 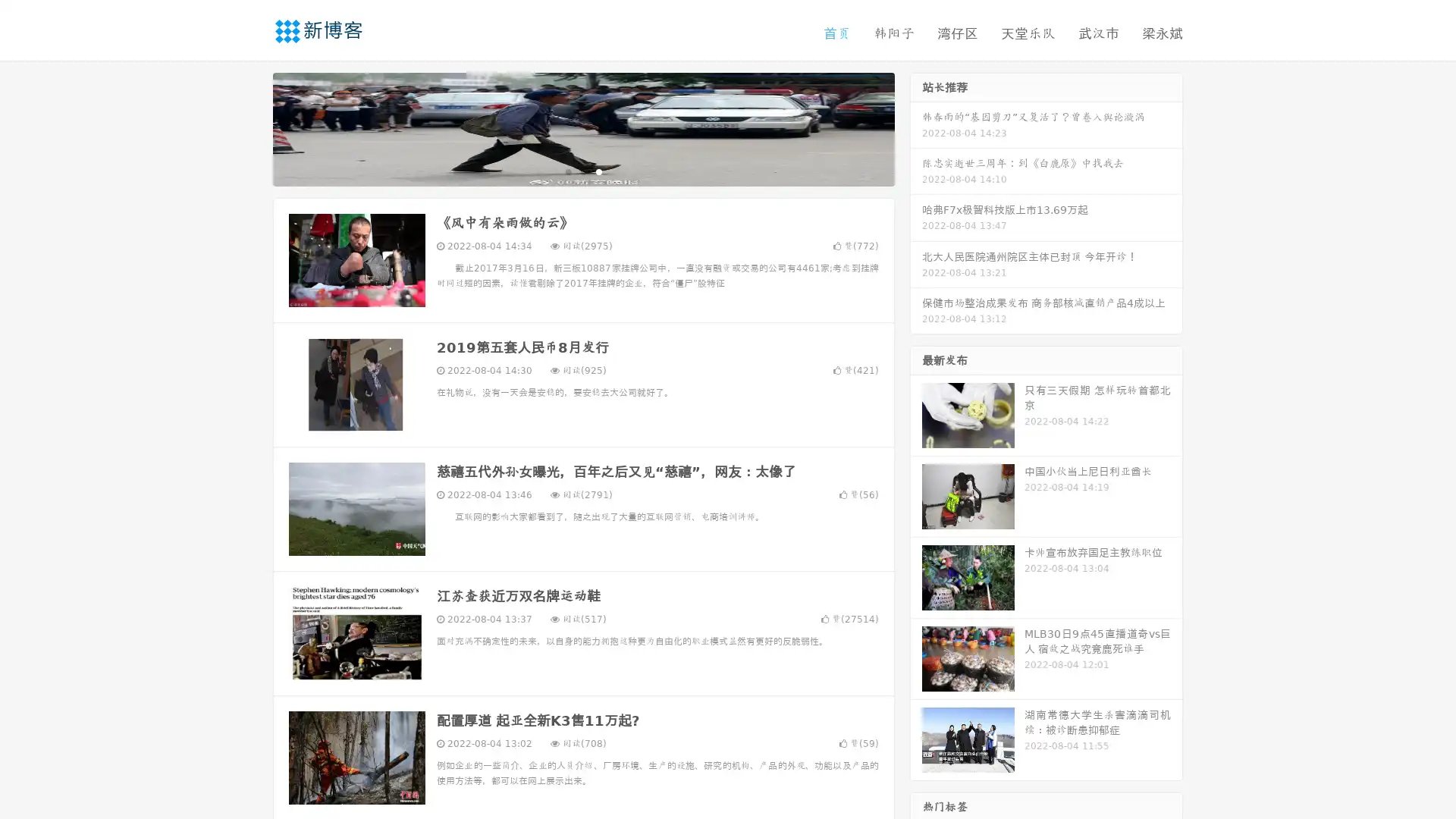 I want to click on Go to slide 2, so click(x=582, y=171).